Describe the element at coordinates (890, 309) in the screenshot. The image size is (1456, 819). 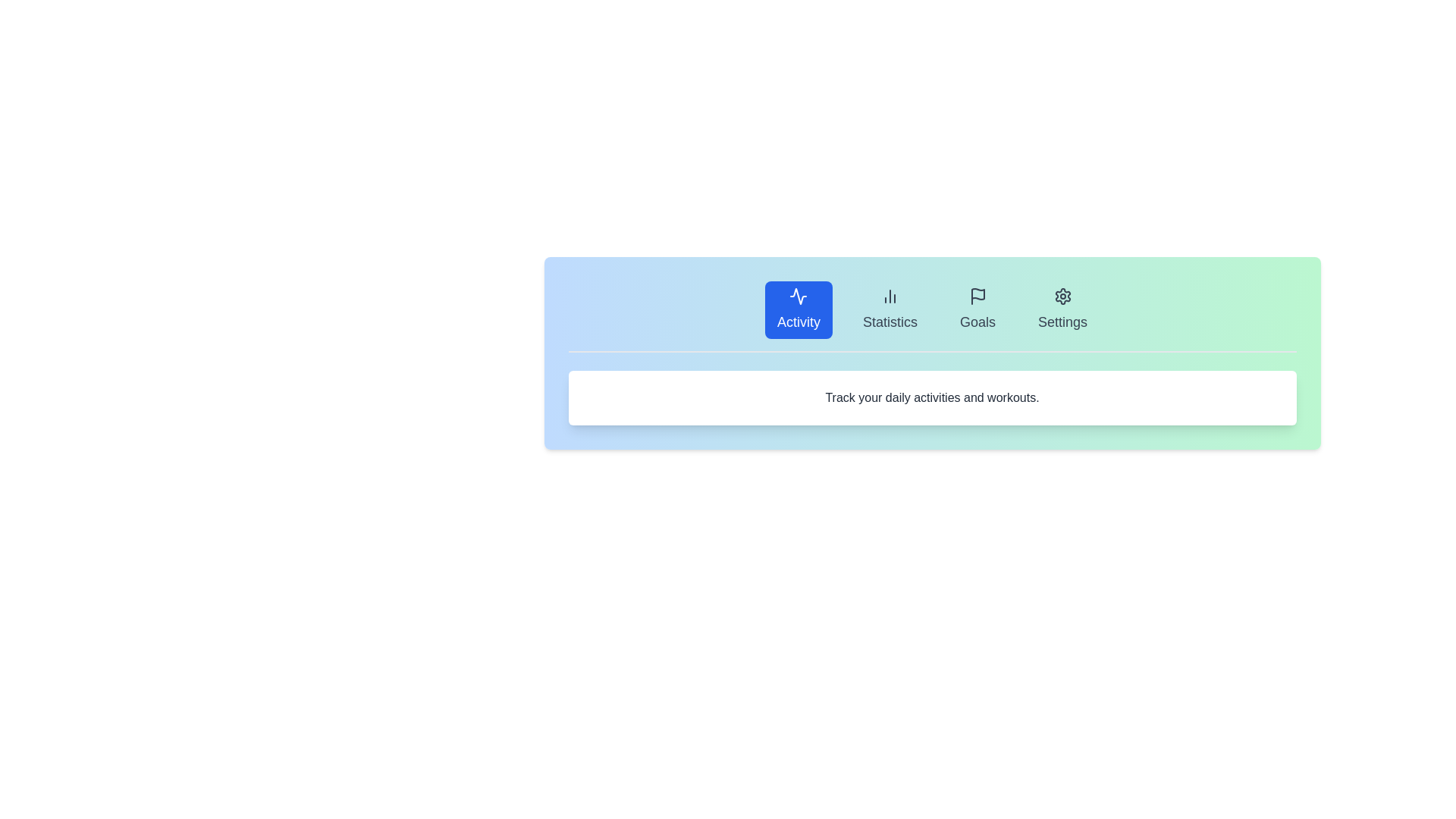
I see `the Statistics tab by clicking on its button` at that location.